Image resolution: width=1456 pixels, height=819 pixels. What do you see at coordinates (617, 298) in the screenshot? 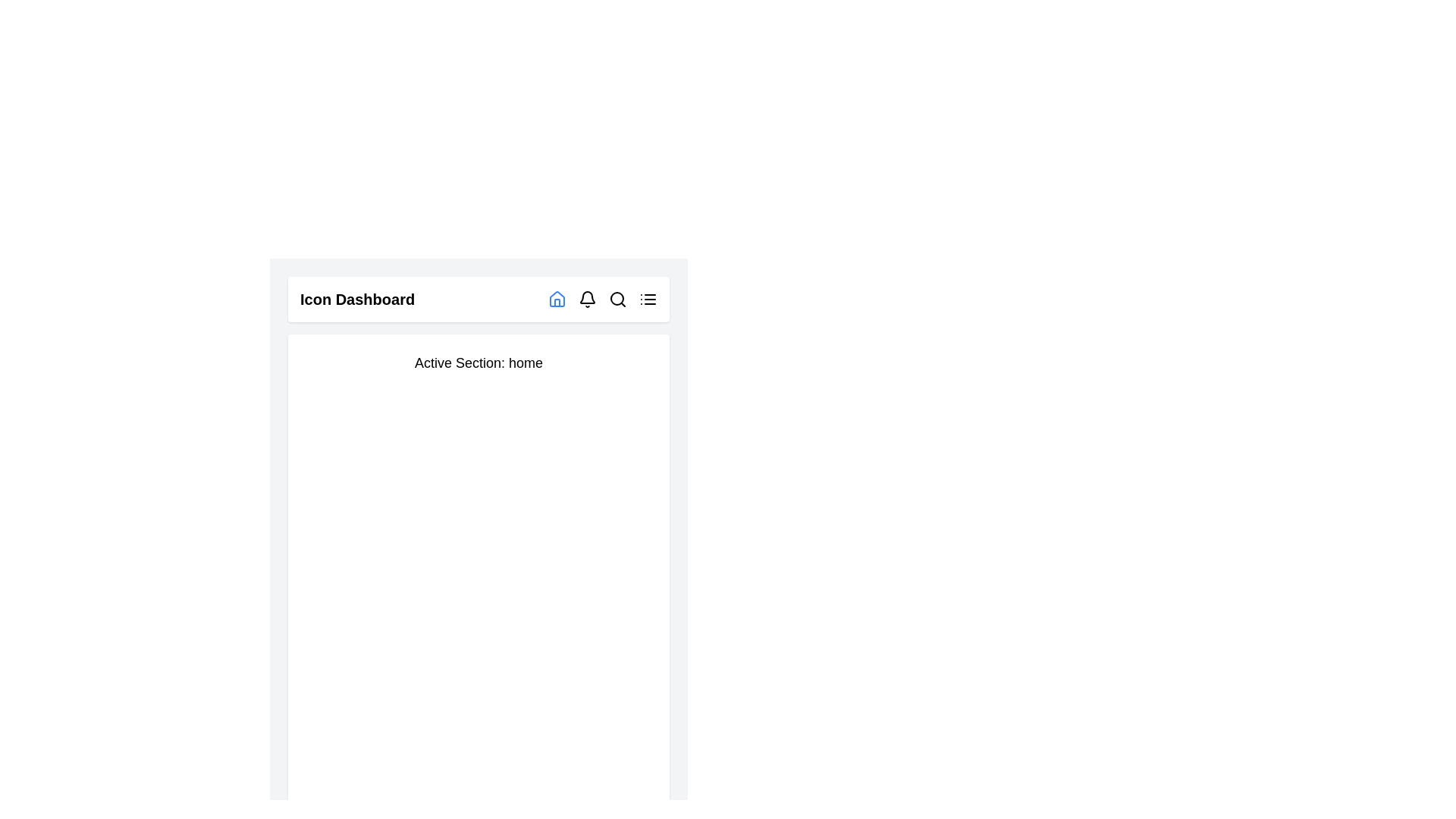
I see `the search icon's lens represented by the SVG circle element to initiate the search functionality` at bounding box center [617, 298].